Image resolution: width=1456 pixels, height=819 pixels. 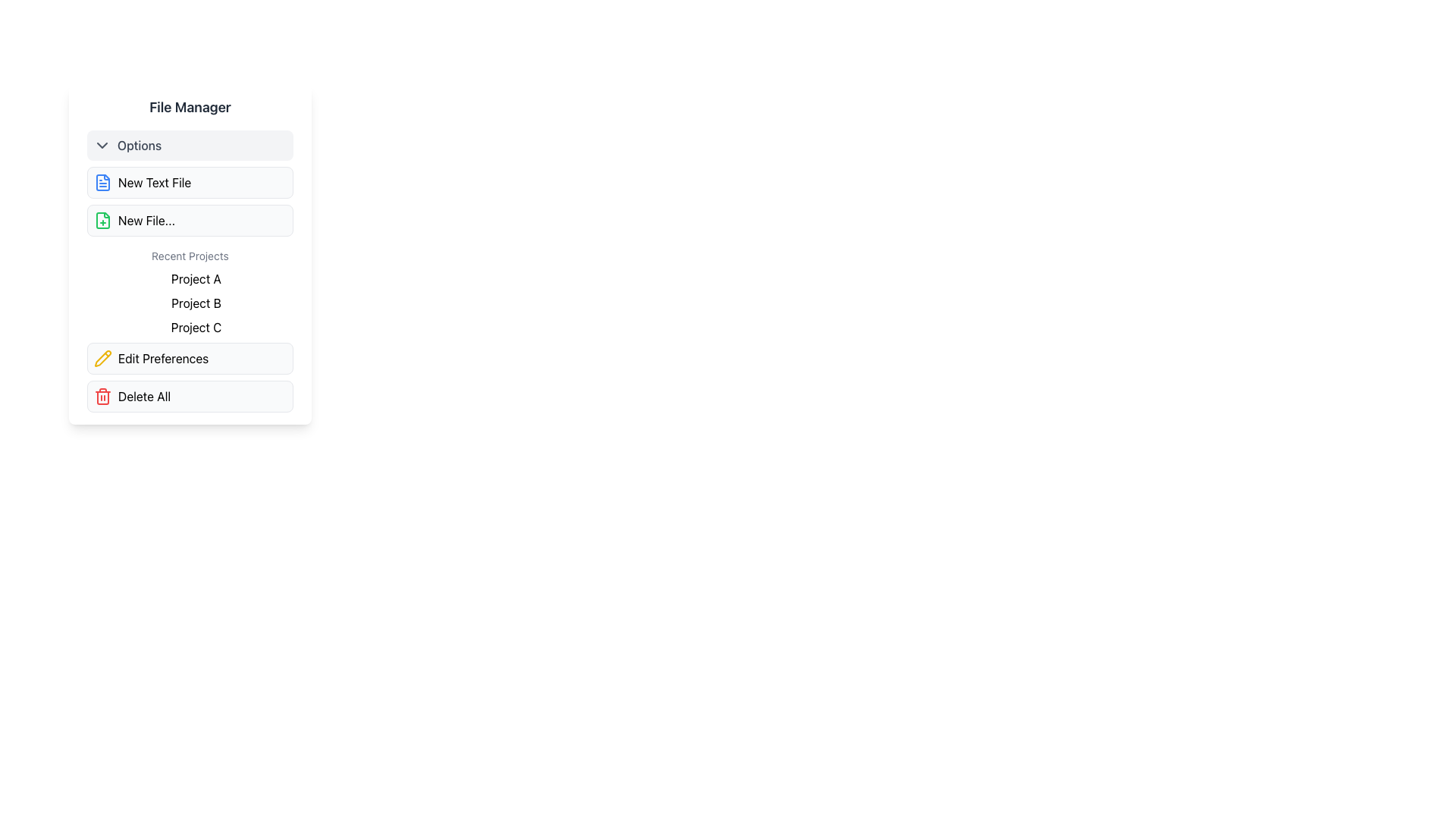 I want to click on the small black downward-pointing chevron icon next to the 'Options' label in the first entry of the vertical menu list, so click(x=101, y=146).